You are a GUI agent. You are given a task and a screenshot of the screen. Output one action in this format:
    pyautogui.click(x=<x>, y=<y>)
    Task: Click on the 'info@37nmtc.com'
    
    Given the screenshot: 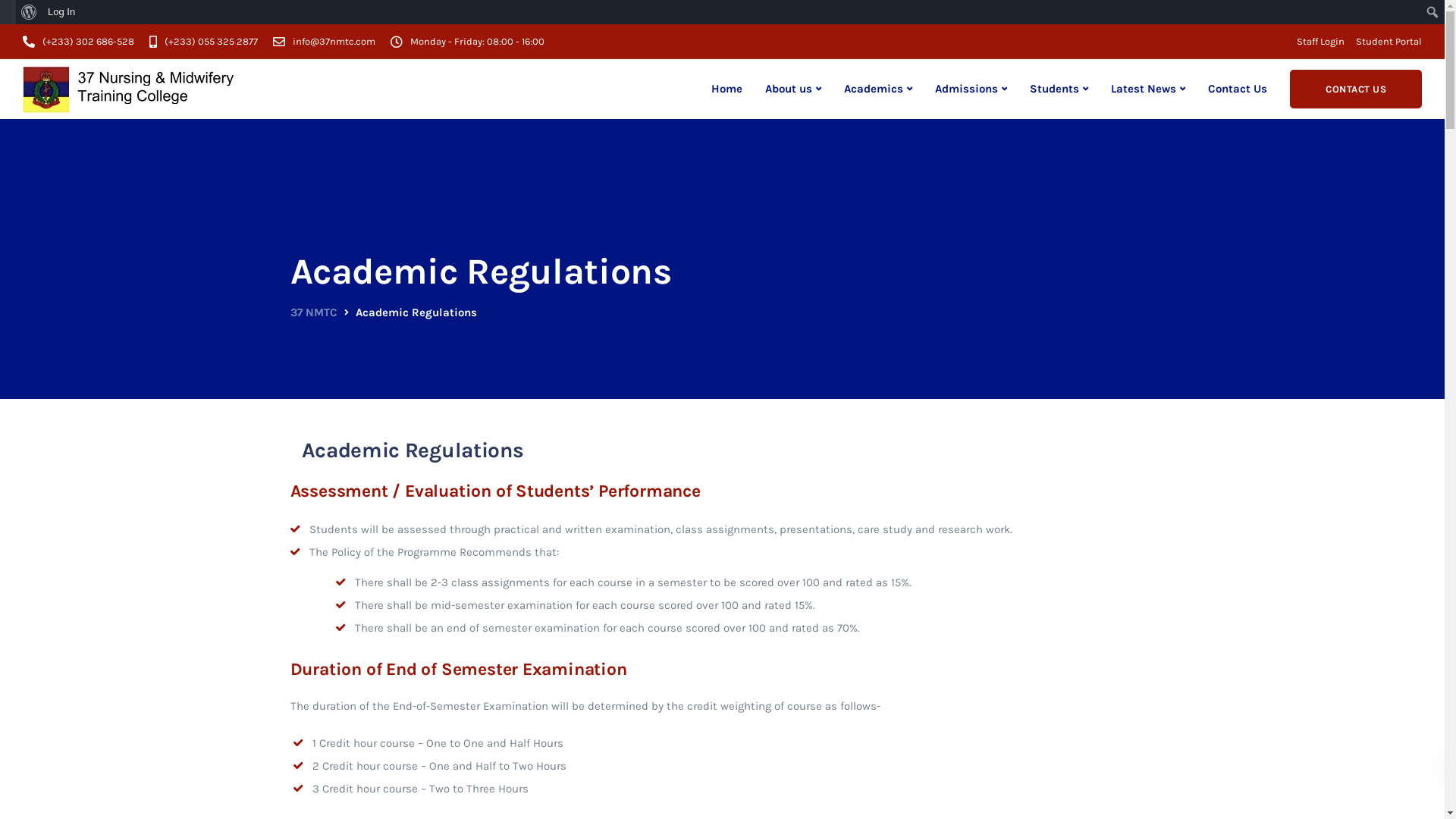 What is the action you would take?
    pyautogui.click(x=337, y=40)
    